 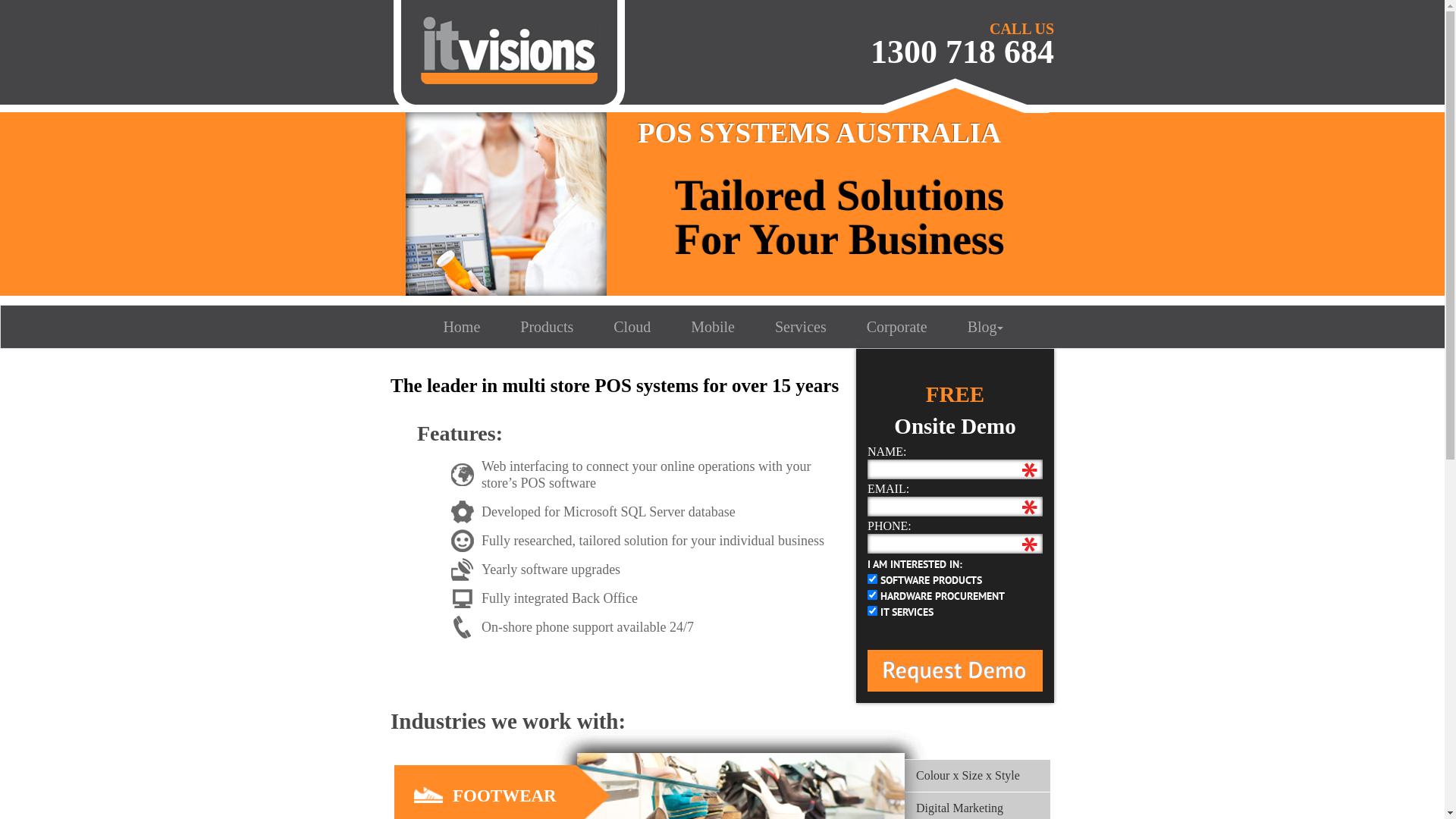 I want to click on 'Services', so click(x=800, y=326).